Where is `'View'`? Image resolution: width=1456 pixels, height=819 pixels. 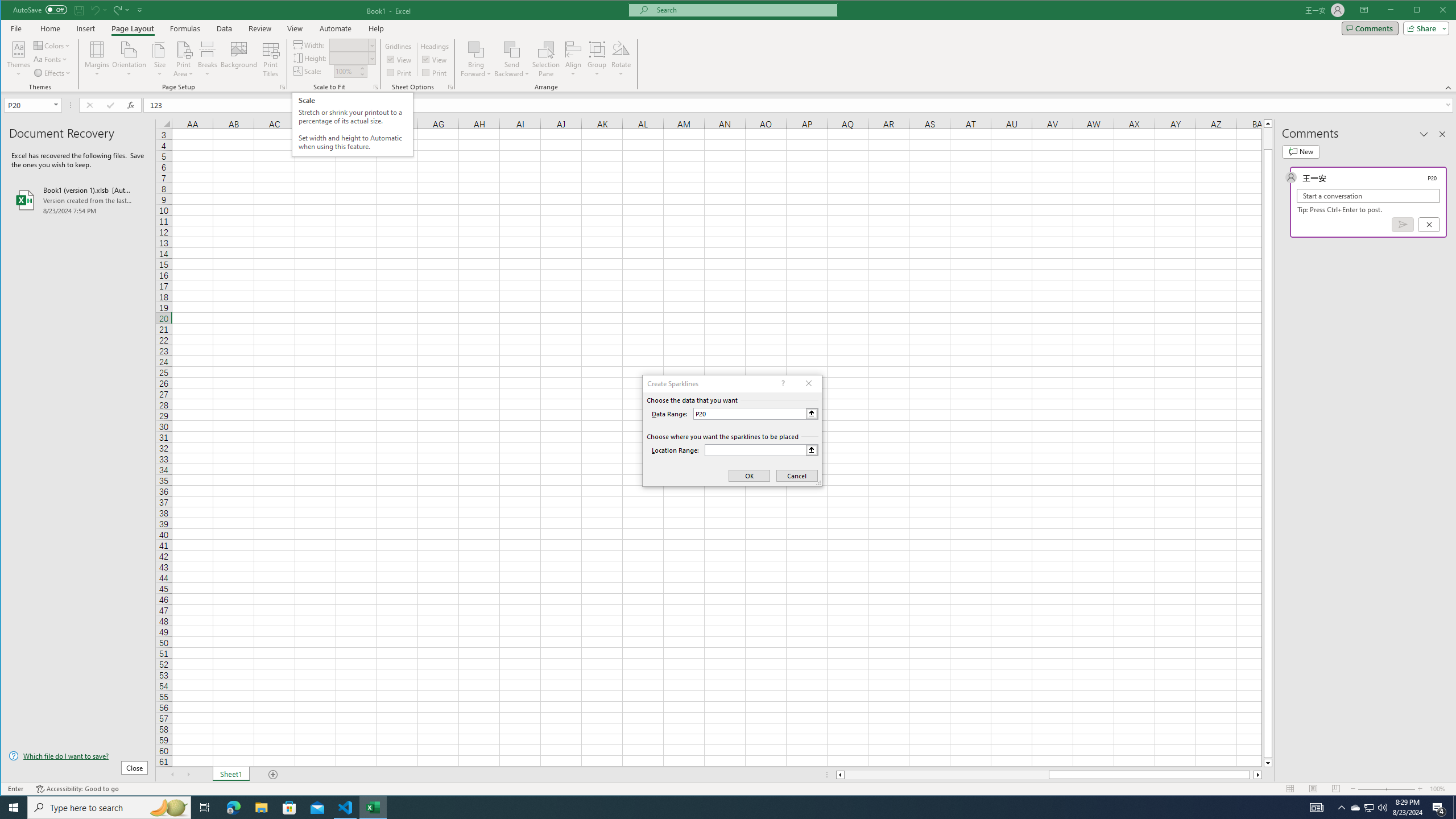 'View' is located at coordinates (294, 28).